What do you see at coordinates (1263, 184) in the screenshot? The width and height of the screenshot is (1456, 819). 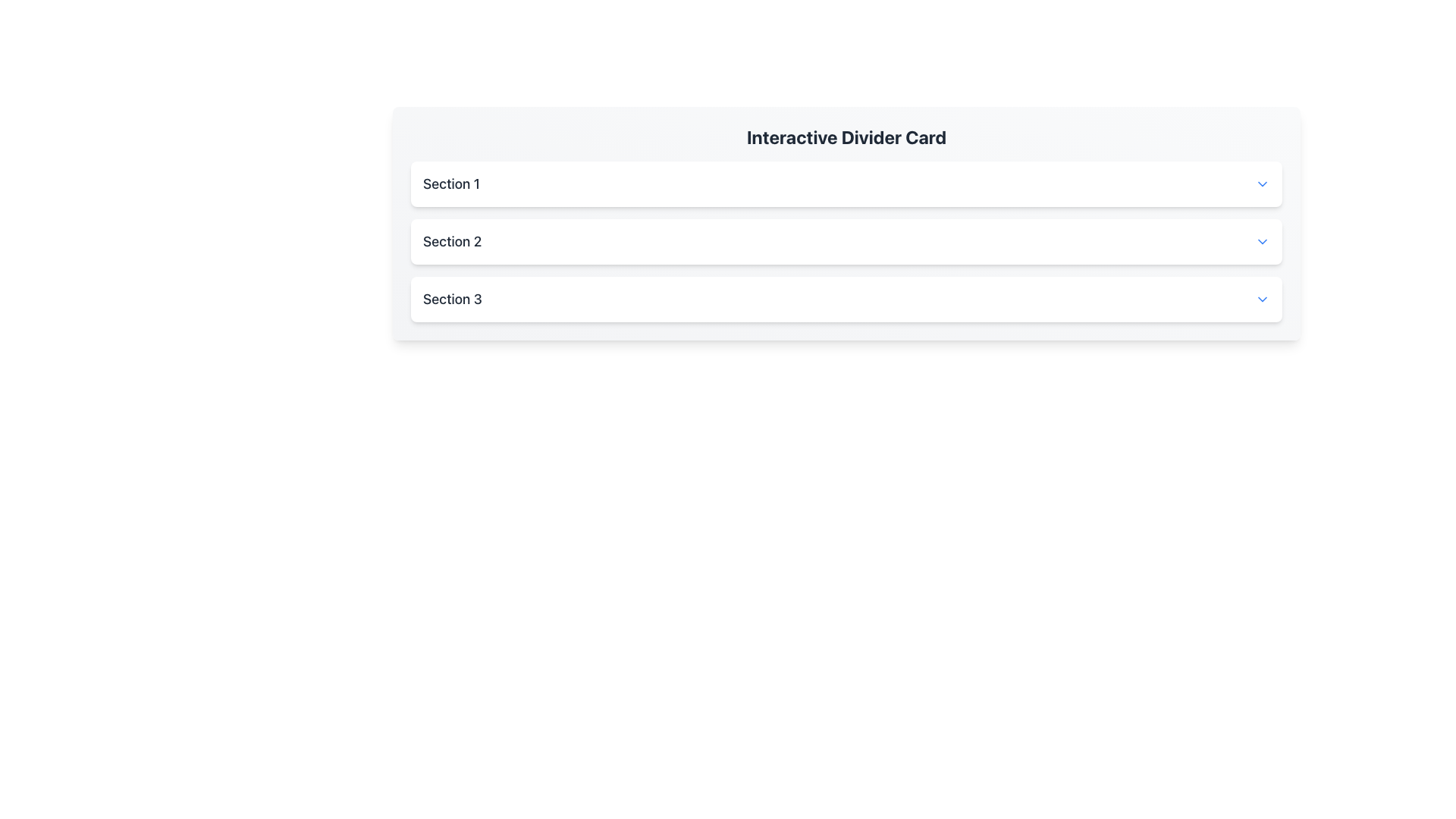 I see `the expand/collapse icon for 'Section 1' located at the far right end of the header` at bounding box center [1263, 184].